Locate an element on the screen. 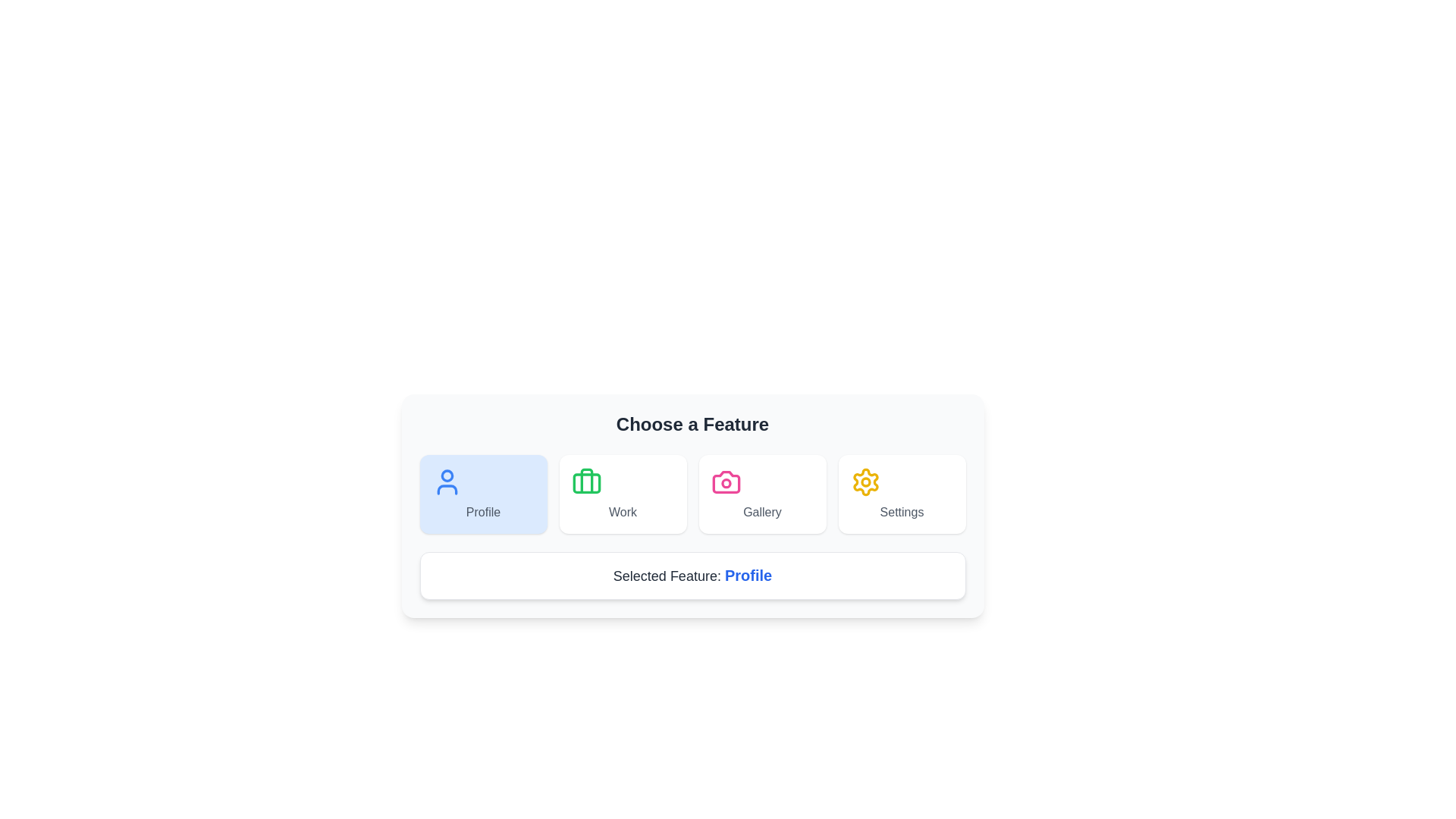 The height and width of the screenshot is (819, 1456). the vibrant pink camera icon located within the 'Gallery' card for selection is located at coordinates (725, 482).